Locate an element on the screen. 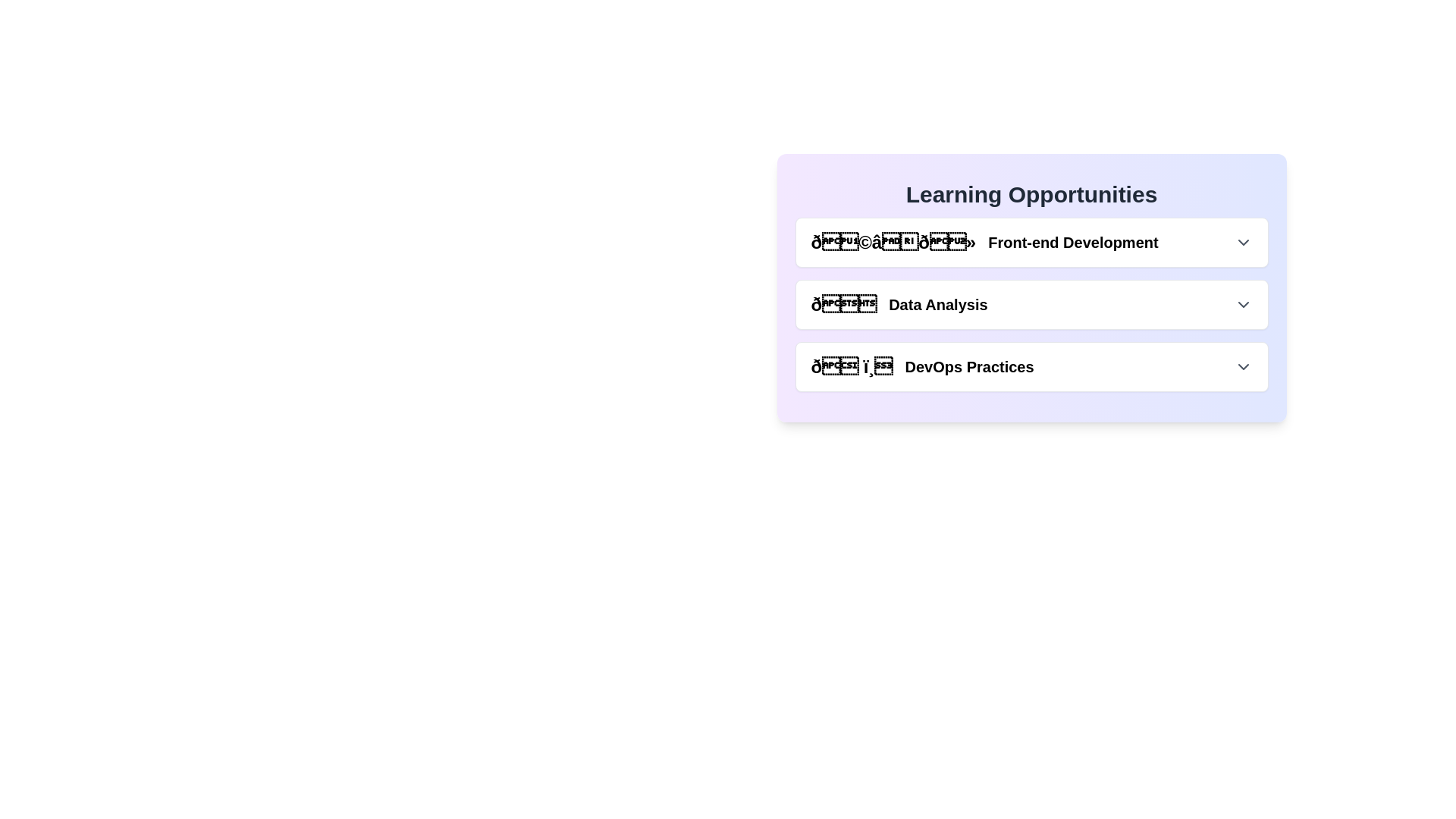  the first clickable text element labeled 'Front-end Development' is located at coordinates (1072, 242).